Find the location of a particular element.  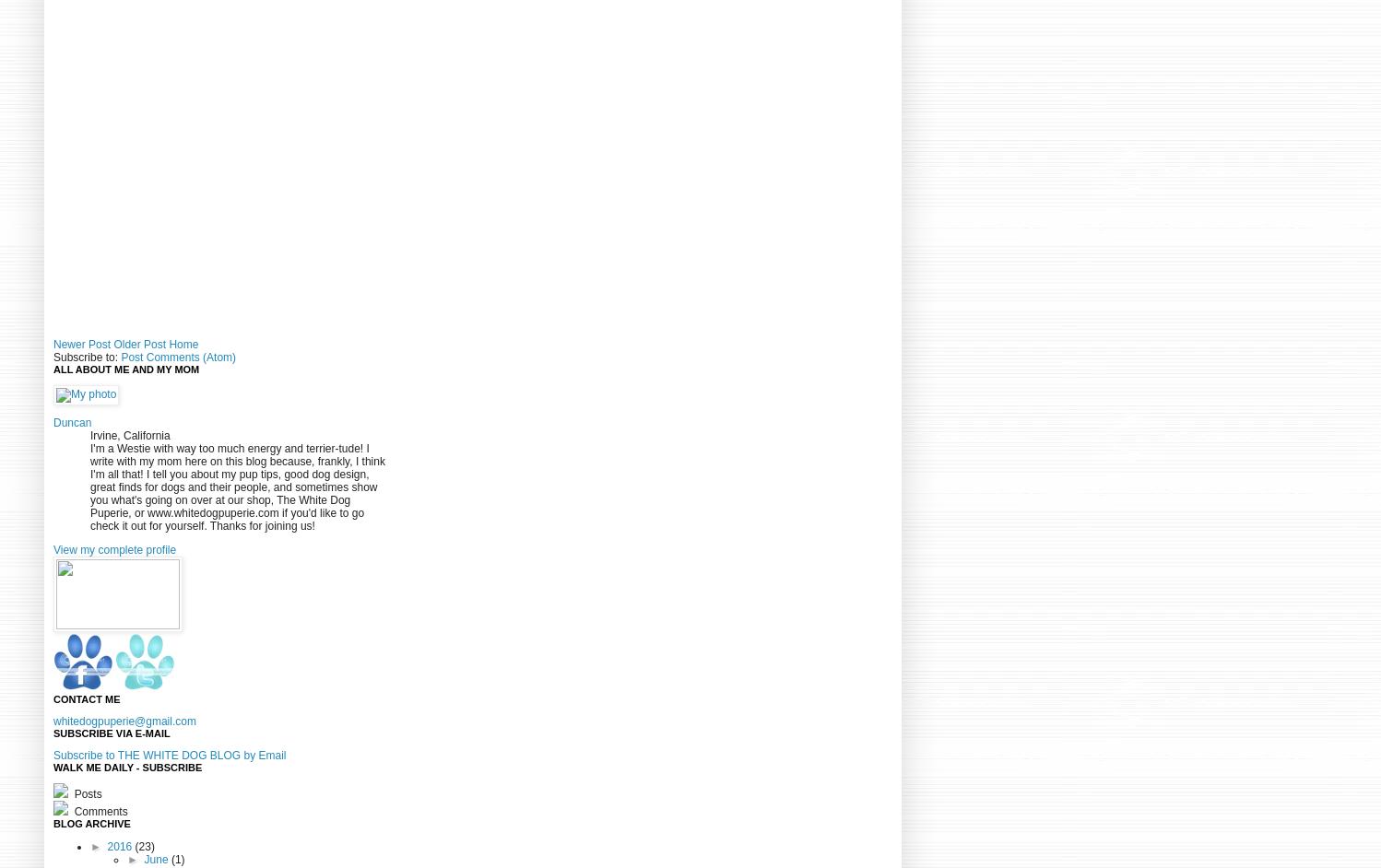

'whitedogpuperie@gmail.com' is located at coordinates (124, 721).